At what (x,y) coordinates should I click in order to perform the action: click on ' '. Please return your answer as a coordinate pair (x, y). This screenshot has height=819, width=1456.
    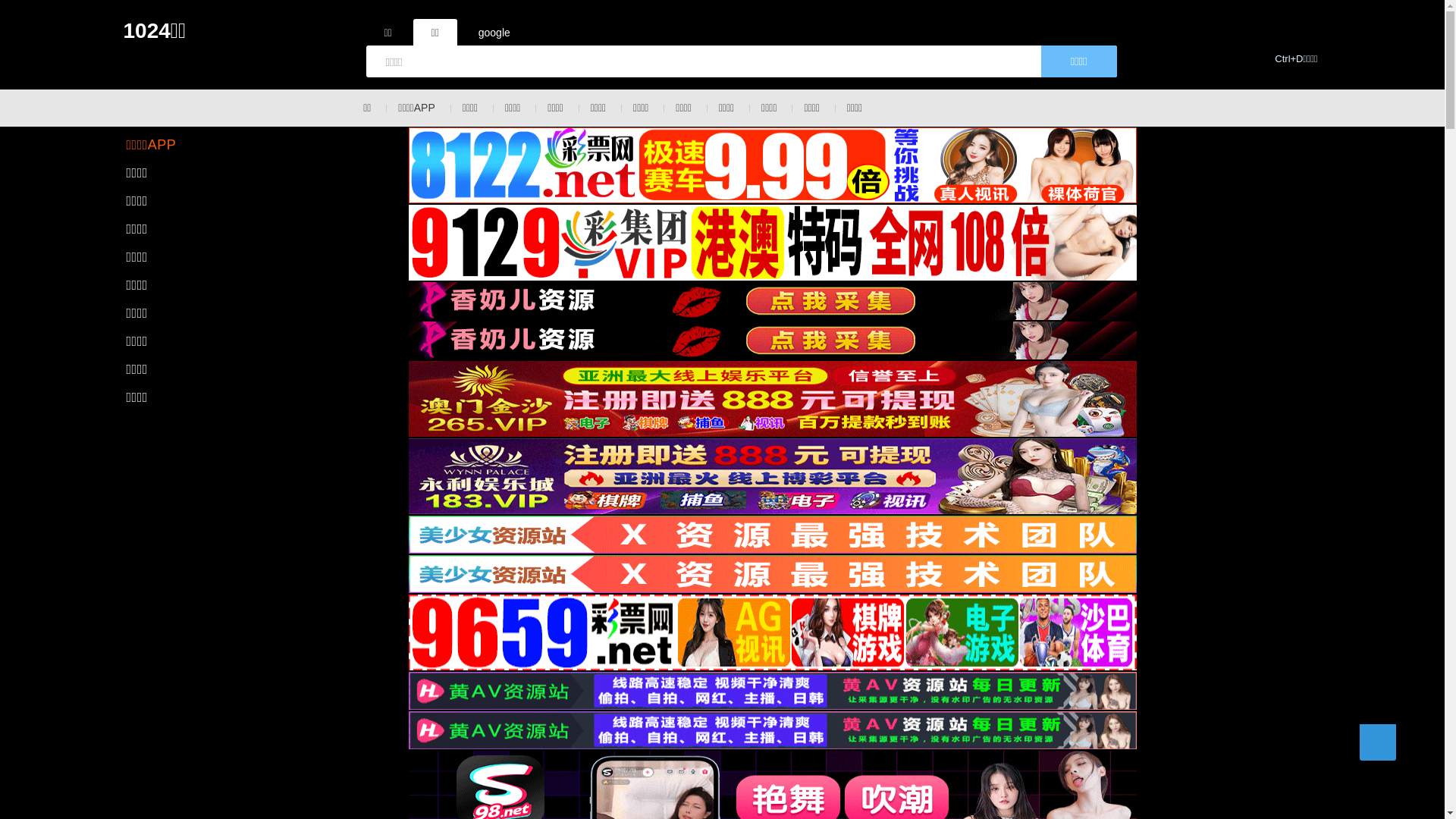
    Looking at the image, I should click on (1376, 742).